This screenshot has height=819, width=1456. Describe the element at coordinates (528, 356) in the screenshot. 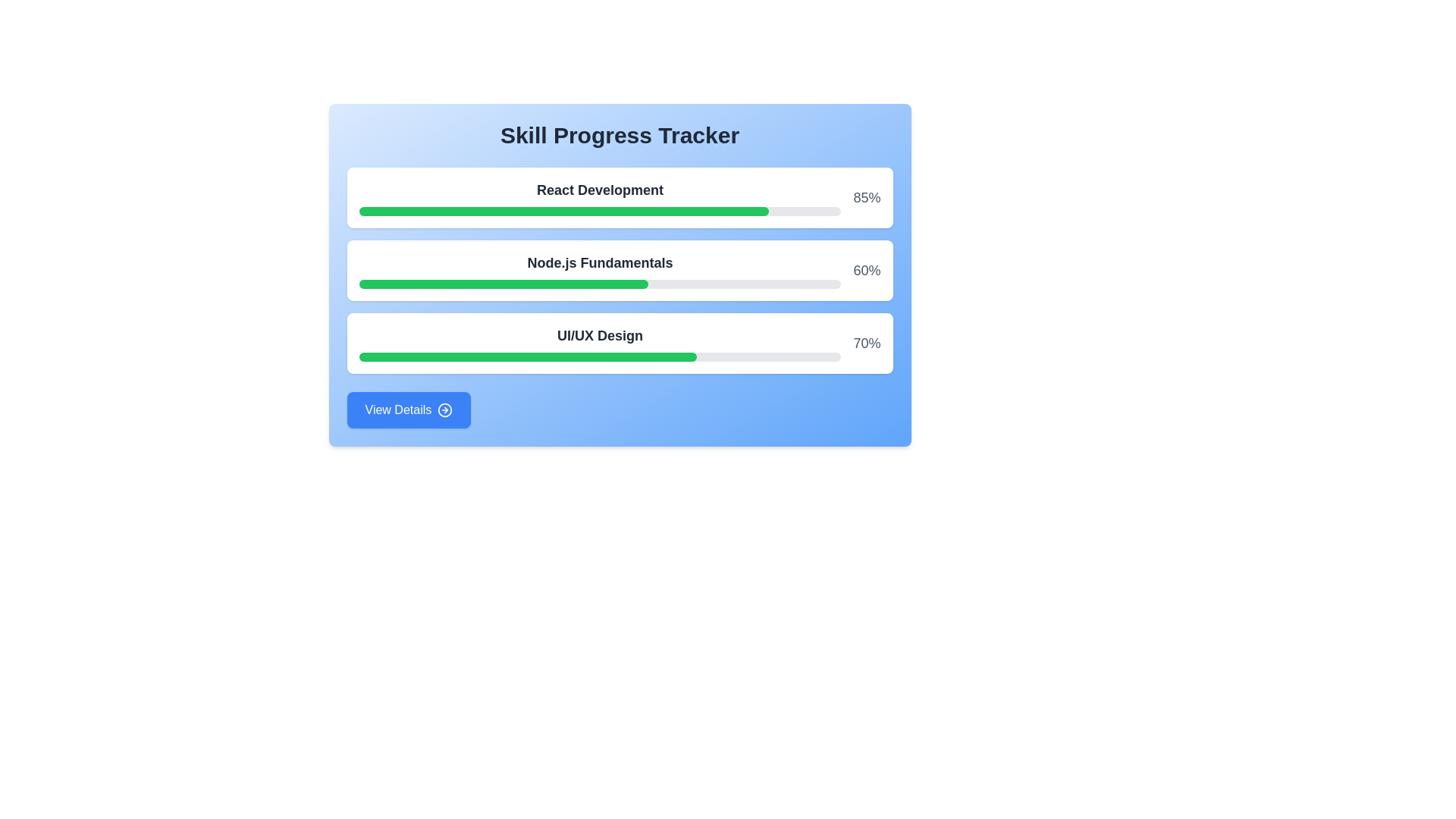

I see `the progress bar indicating 70% completion for the 'UI/UX Design' skill, which is the third progress bar in the UI` at that location.